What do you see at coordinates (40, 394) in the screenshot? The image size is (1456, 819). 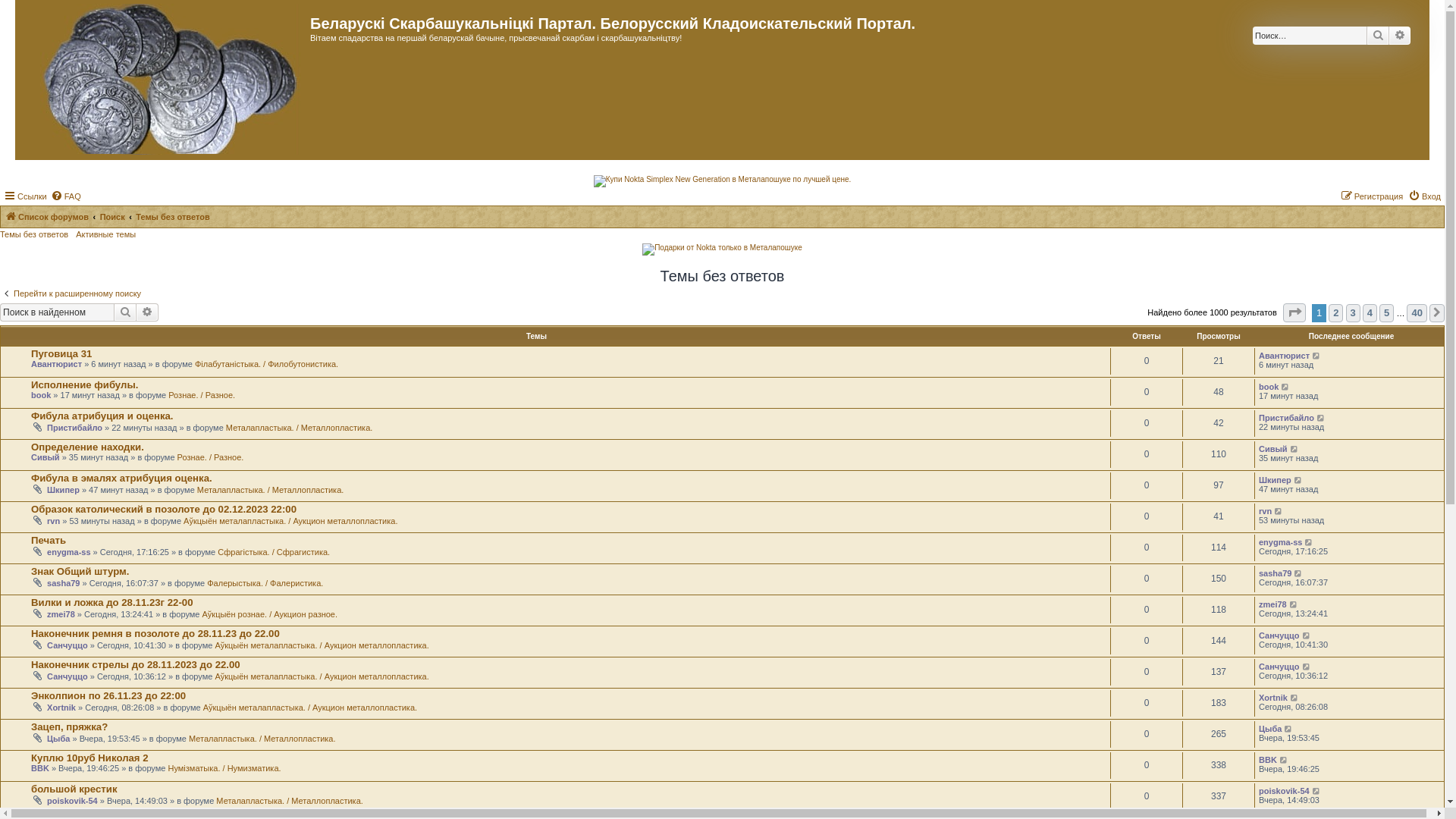 I see `'book'` at bounding box center [40, 394].